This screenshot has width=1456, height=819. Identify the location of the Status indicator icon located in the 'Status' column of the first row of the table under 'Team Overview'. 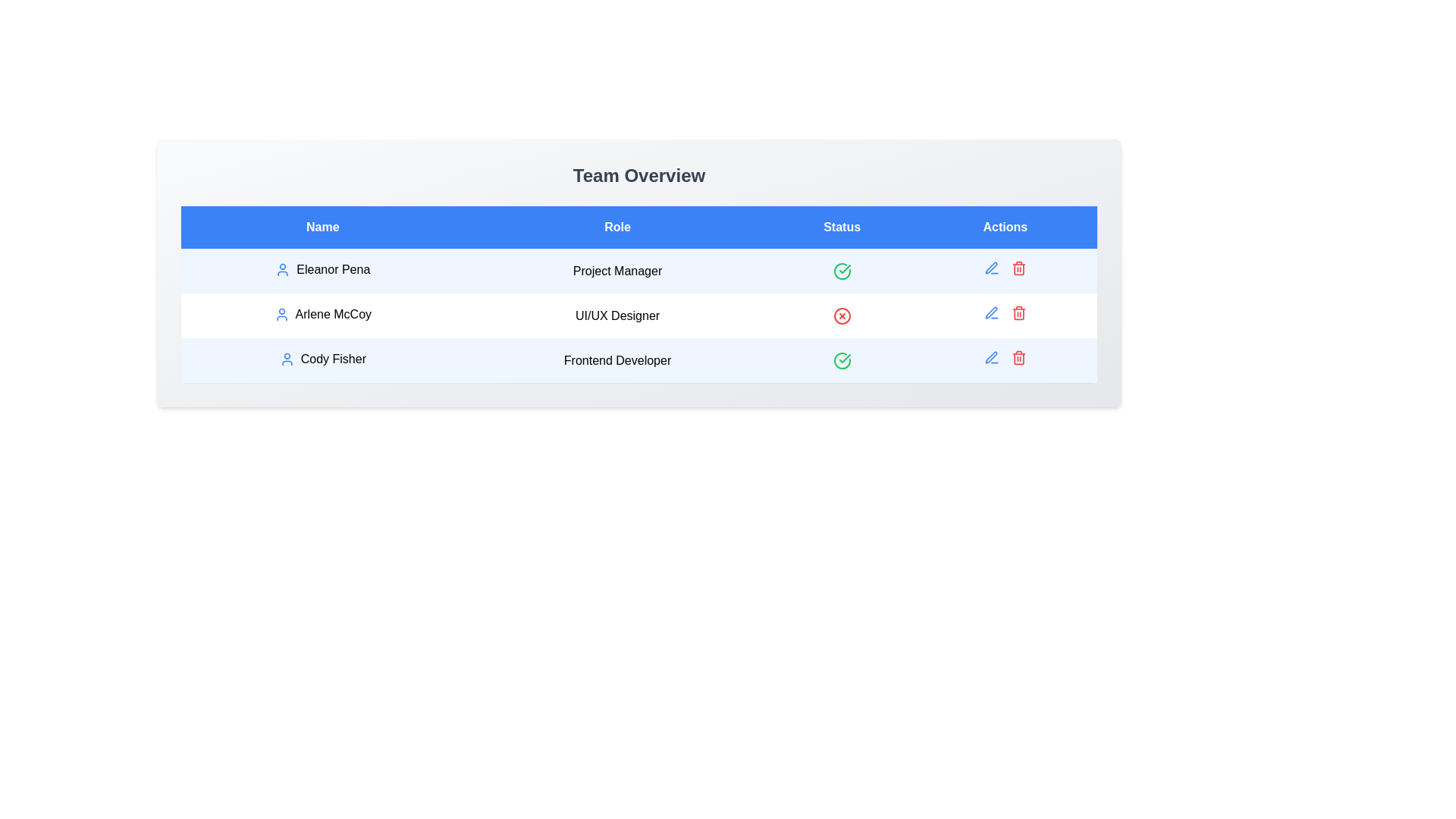
(841, 360).